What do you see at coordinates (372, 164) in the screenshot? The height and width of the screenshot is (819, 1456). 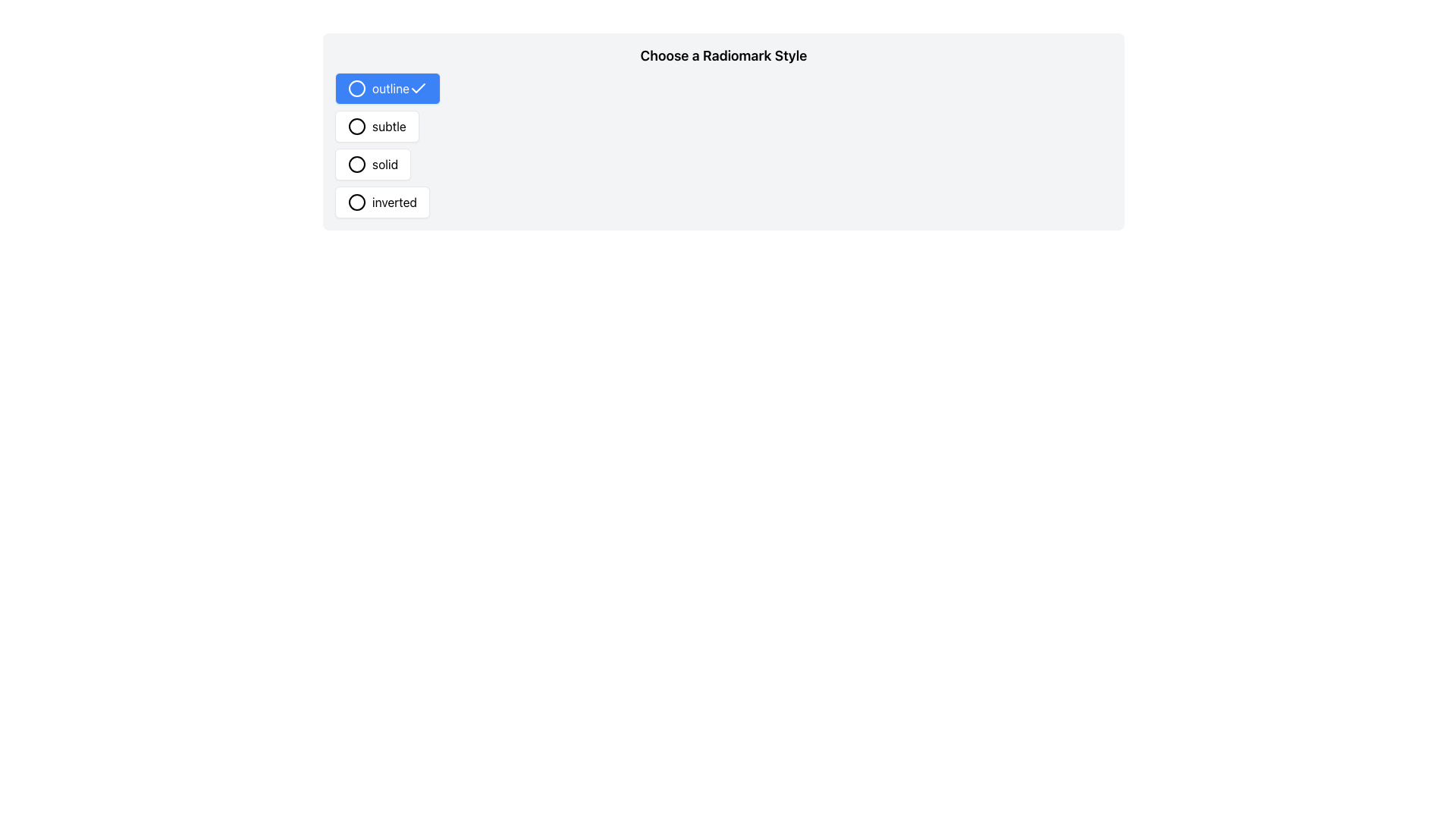 I see `the 'solid' radio button option under the 'Choose a Radiomark Style' heading` at bounding box center [372, 164].